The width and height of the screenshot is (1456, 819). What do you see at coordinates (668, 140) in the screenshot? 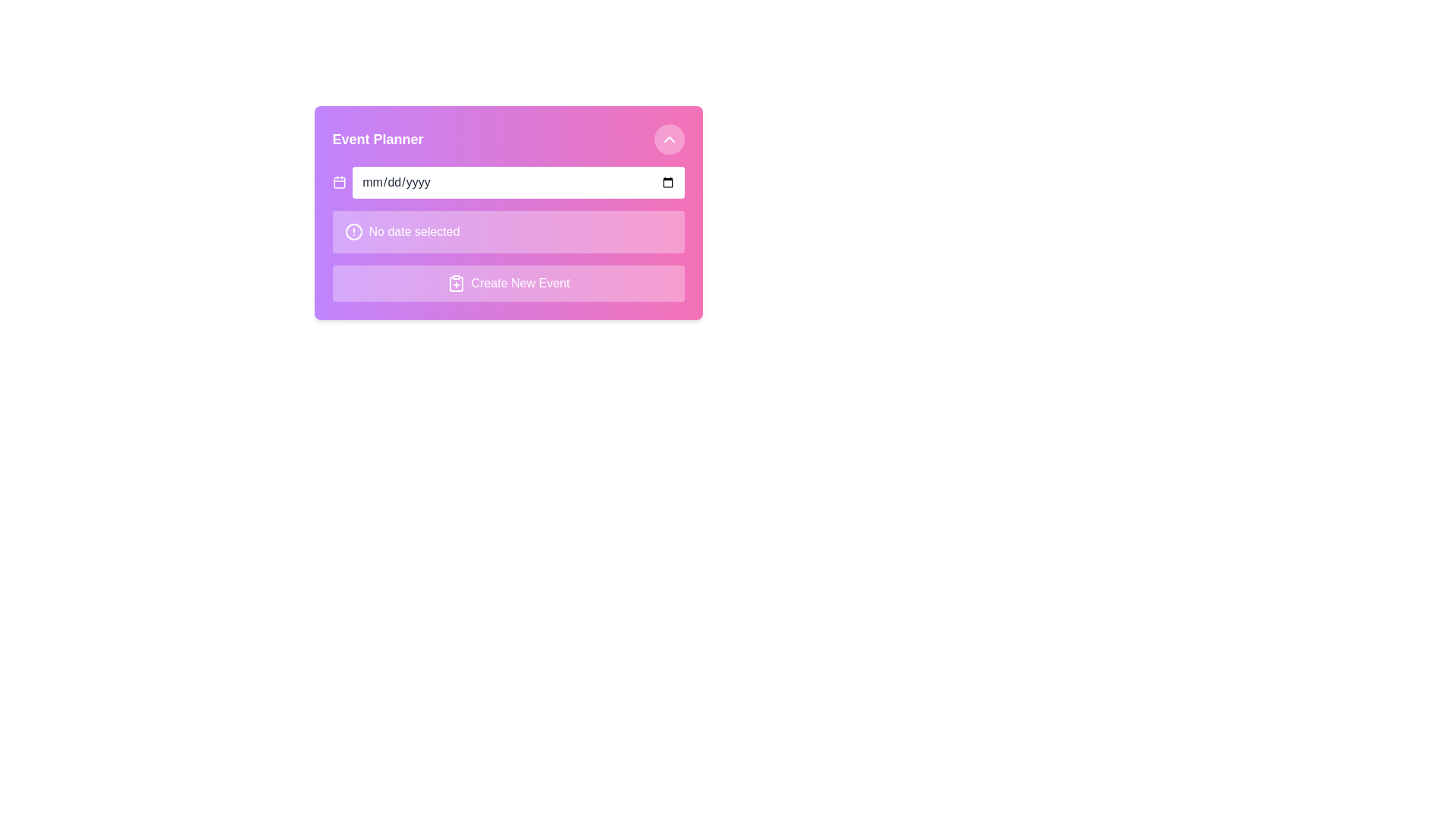
I see `the chevron icon located in the circular button at the top right corner of the 'Event Planner' panel` at bounding box center [668, 140].